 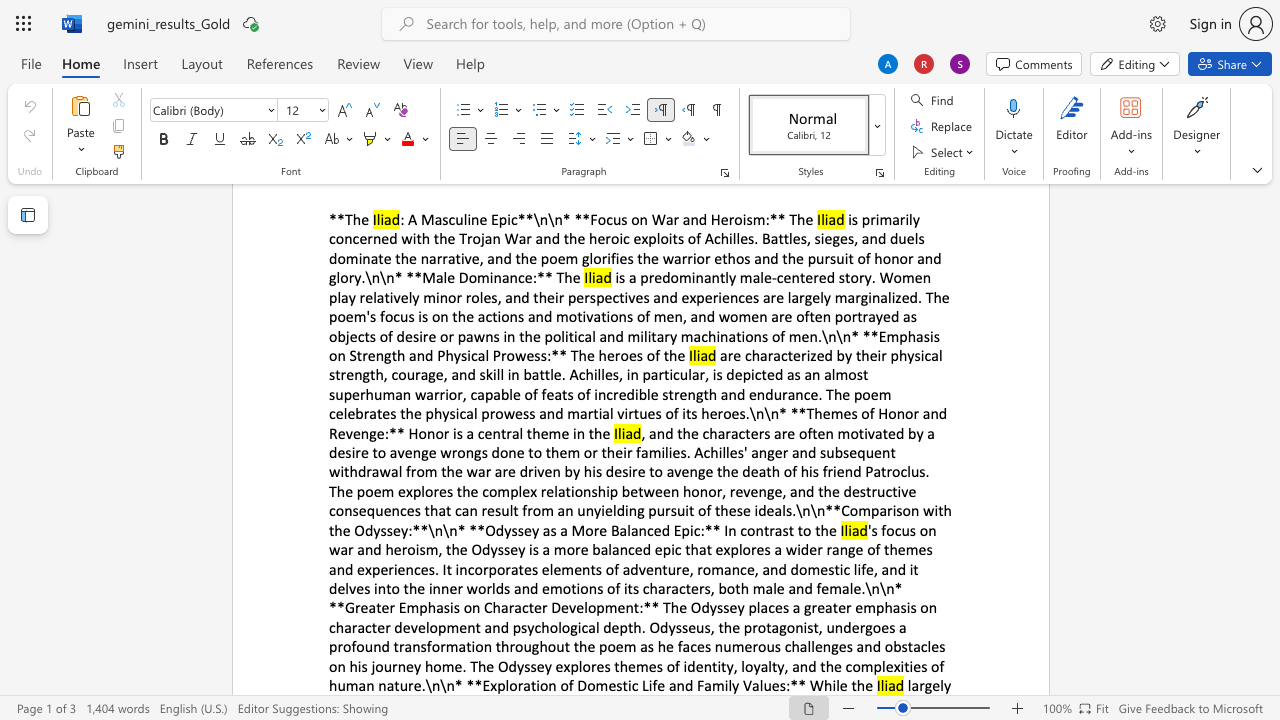 I want to click on the 9th character "n" in the text, so click(x=658, y=569).